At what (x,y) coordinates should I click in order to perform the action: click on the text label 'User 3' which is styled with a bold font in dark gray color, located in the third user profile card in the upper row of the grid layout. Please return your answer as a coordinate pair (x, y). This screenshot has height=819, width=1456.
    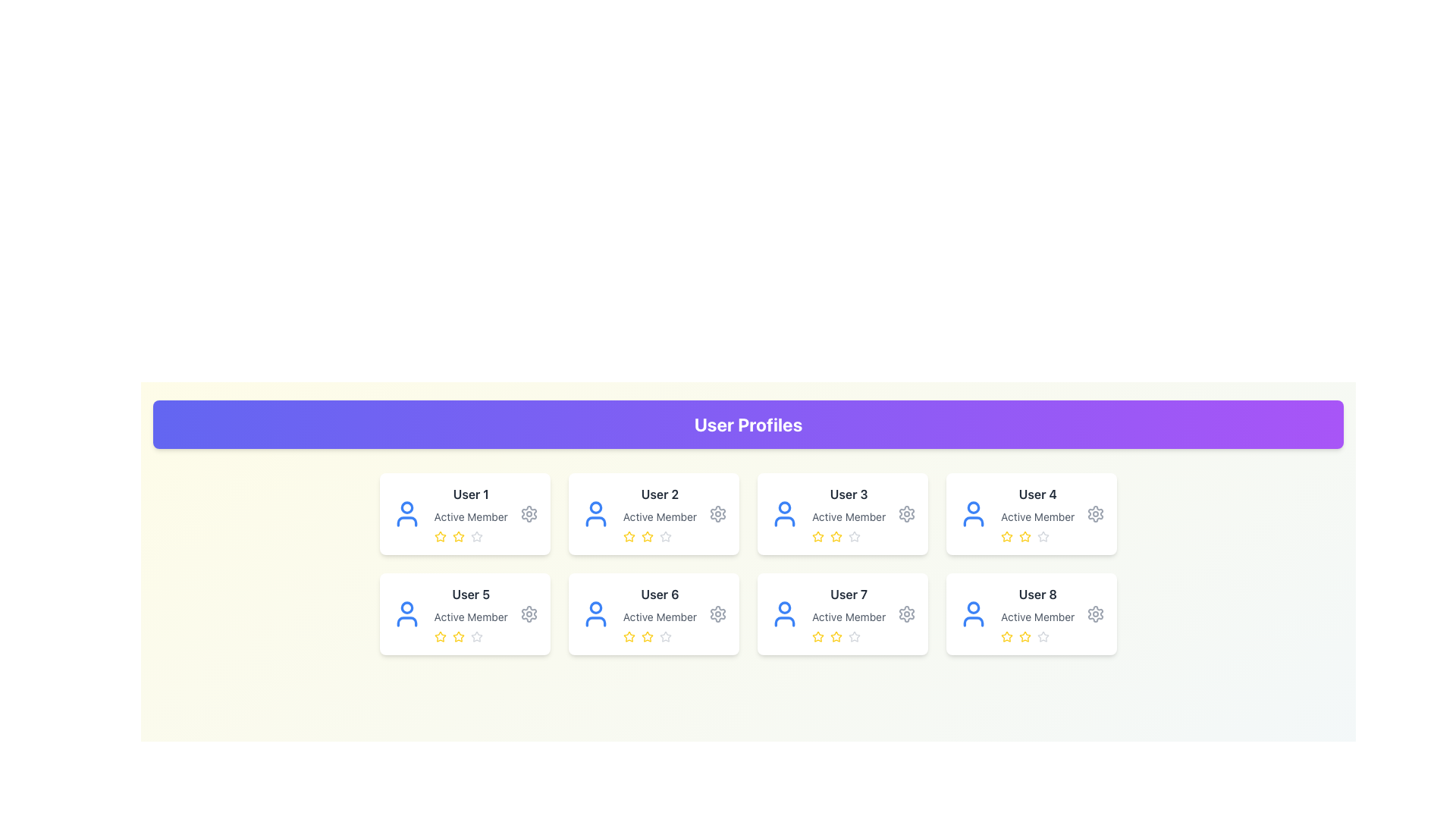
    Looking at the image, I should click on (848, 494).